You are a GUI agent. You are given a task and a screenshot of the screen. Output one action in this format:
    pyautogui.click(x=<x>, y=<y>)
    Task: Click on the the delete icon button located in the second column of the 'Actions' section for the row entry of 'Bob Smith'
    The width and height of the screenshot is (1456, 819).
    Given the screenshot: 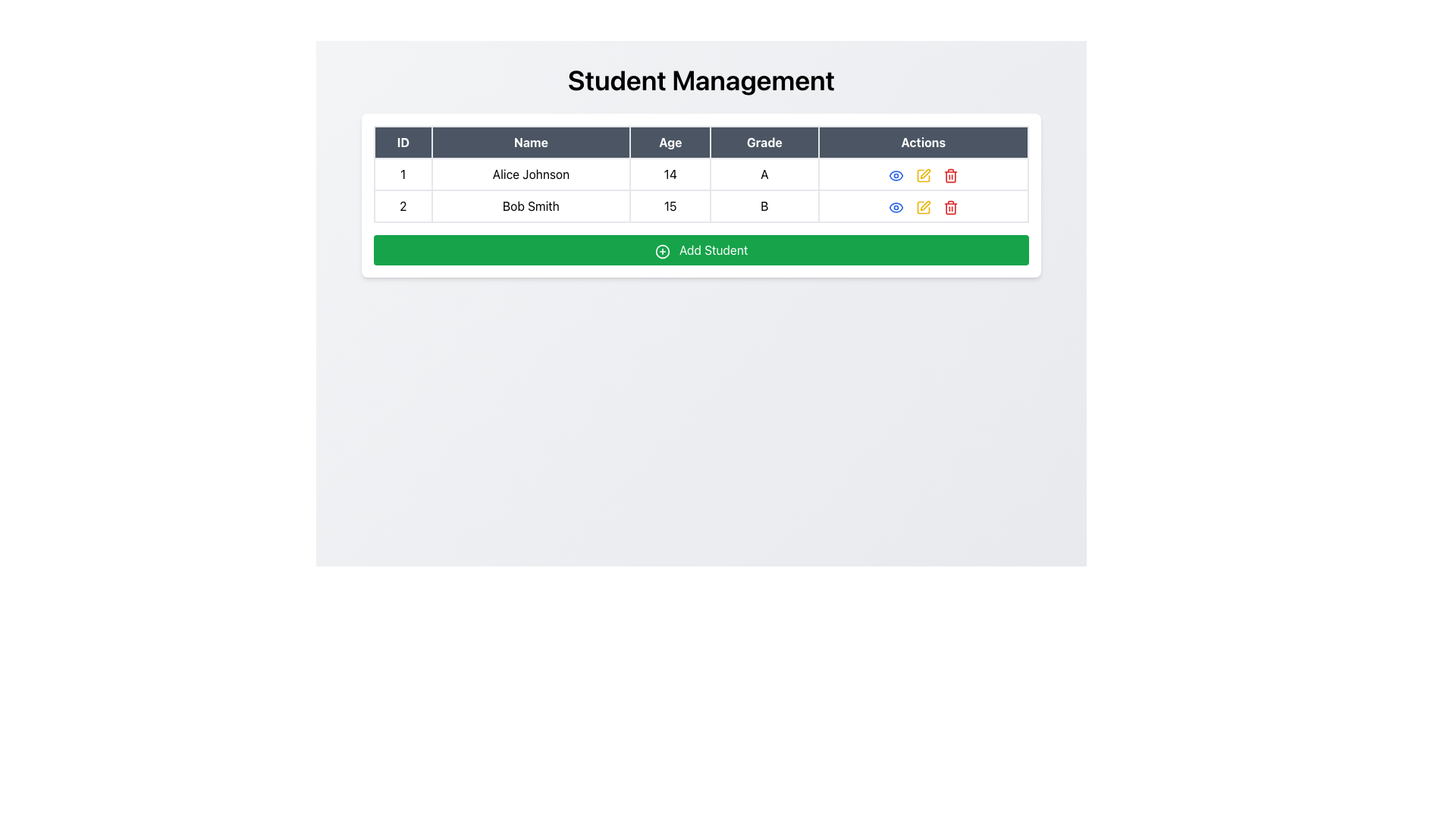 What is the action you would take?
    pyautogui.click(x=949, y=174)
    